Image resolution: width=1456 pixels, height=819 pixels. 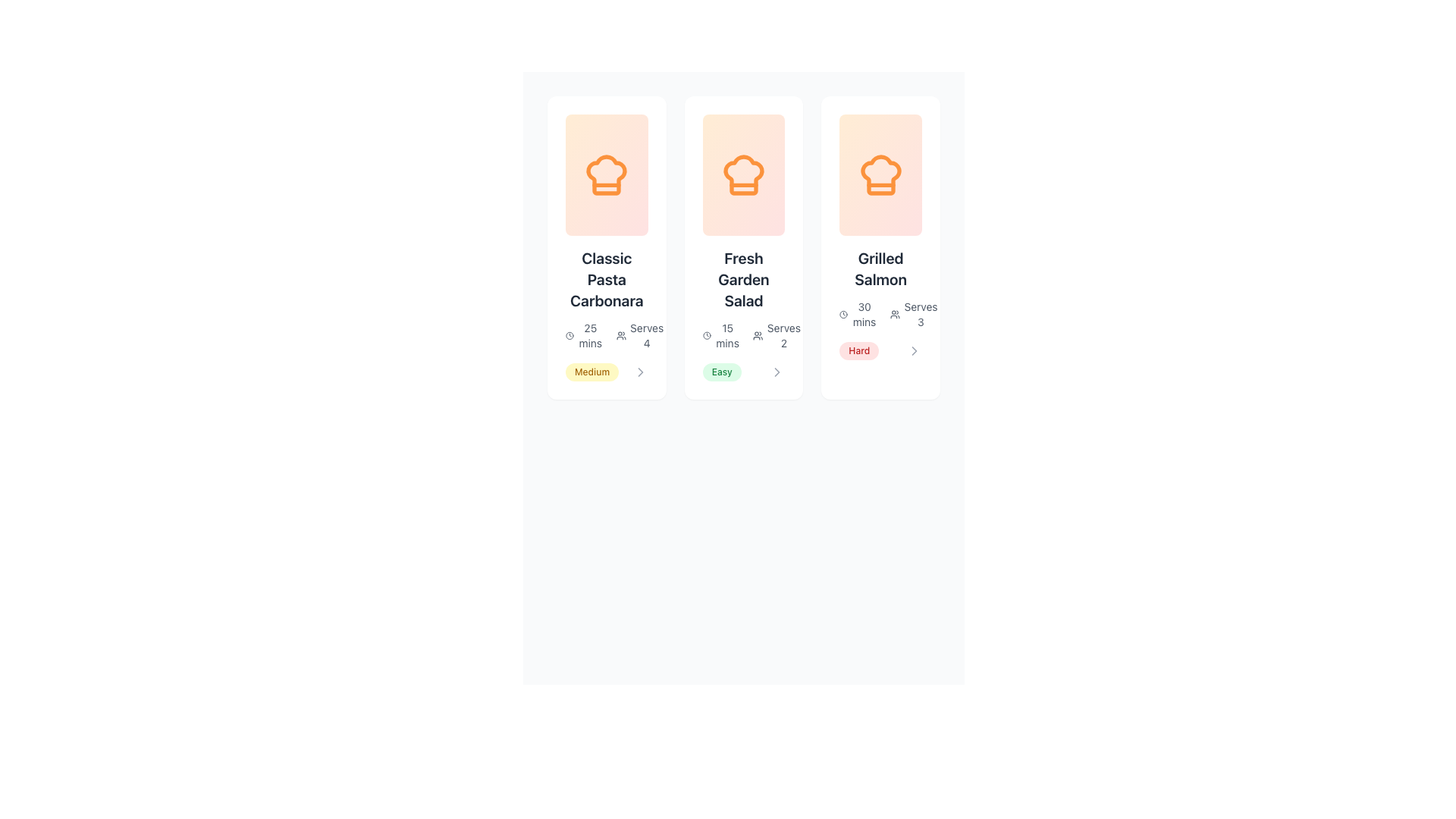 I want to click on the text label displaying '15 mins', which is positioned beneath a clock symbol and above the 'Easy' tag in the second card of three cards, so click(x=726, y=335).